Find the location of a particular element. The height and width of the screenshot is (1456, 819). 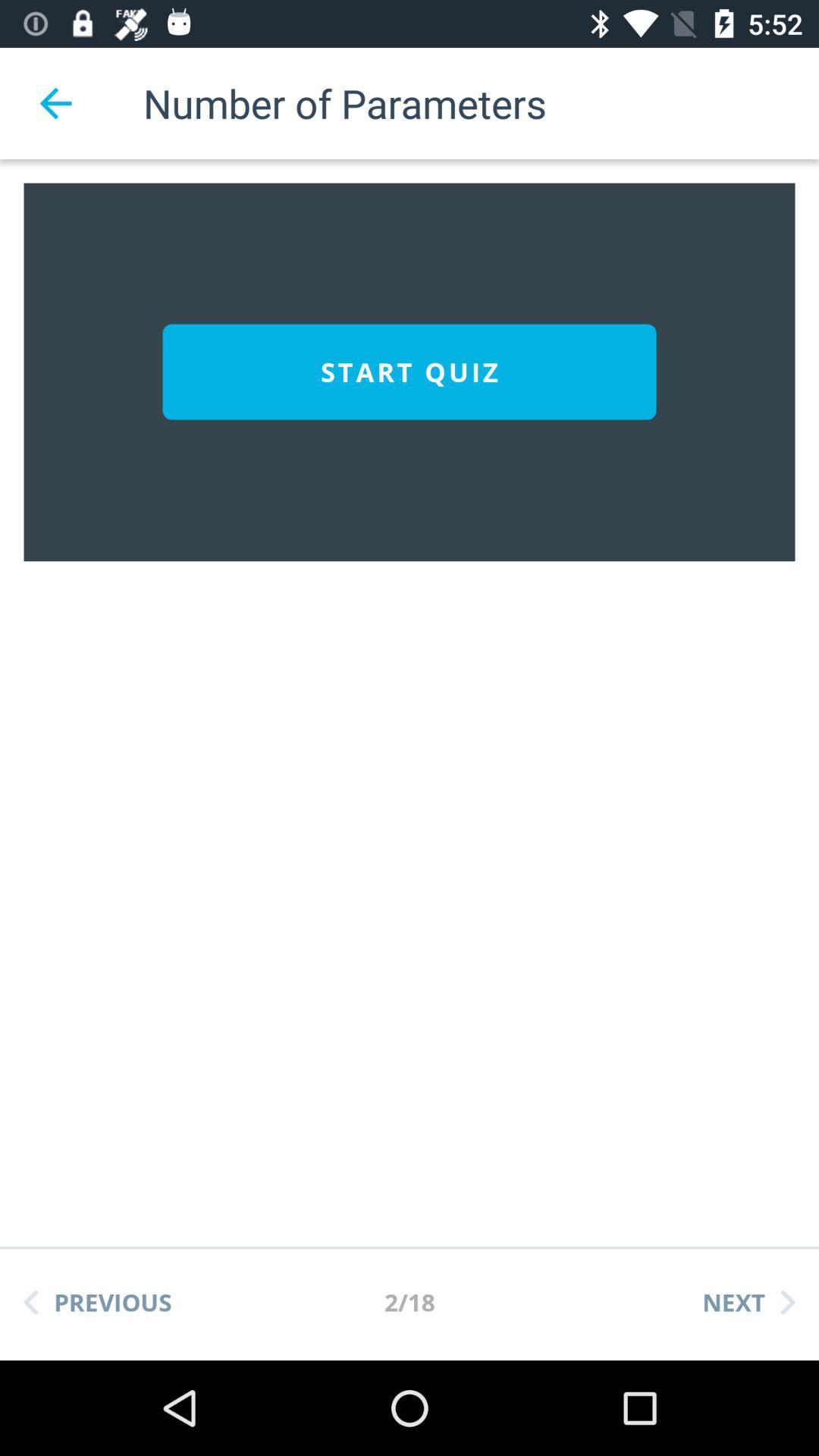

the previous icon is located at coordinates (97, 1301).